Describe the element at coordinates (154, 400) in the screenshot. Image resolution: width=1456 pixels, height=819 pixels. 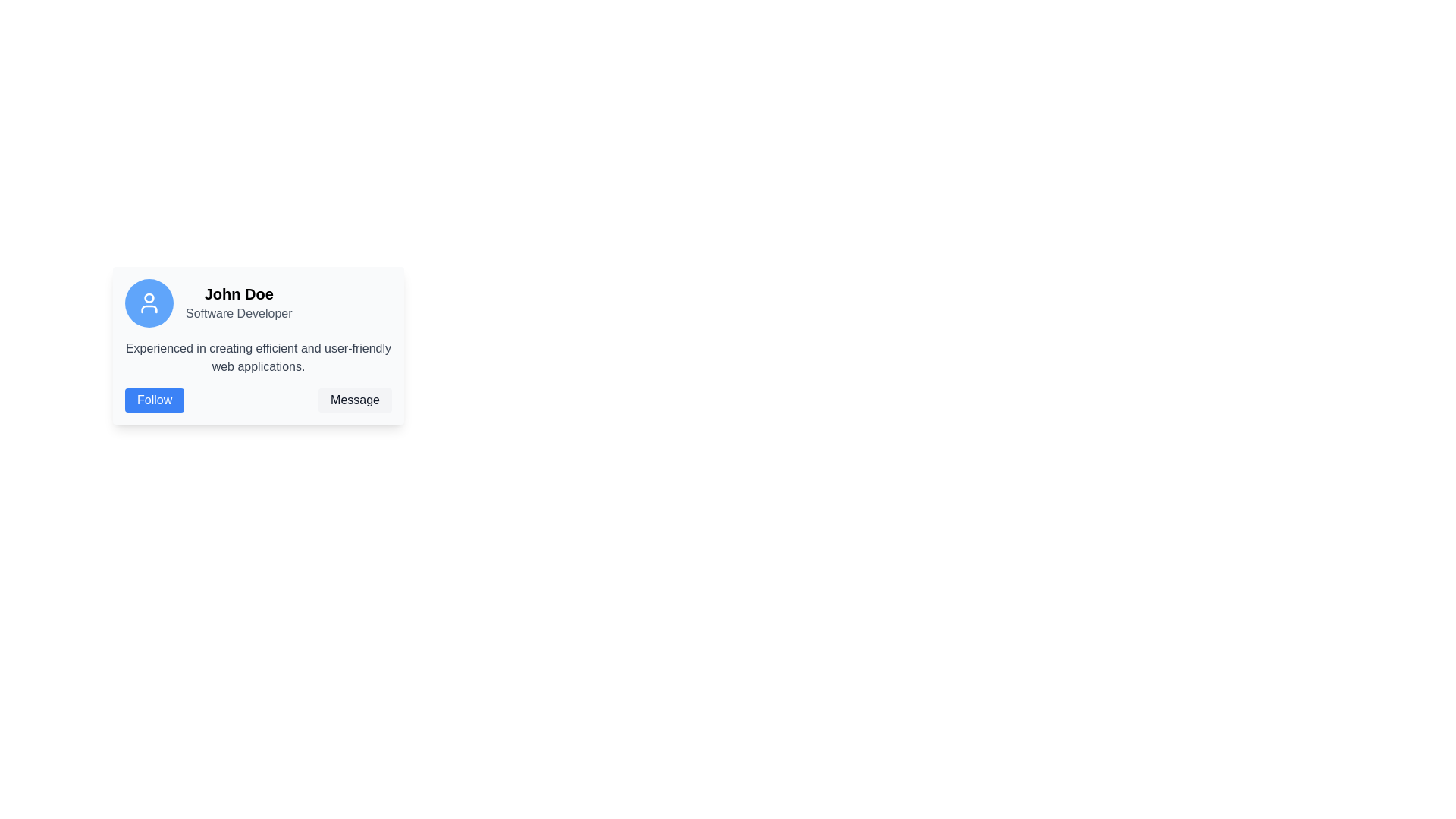
I see `the 'Follow' button, which is a rounded button with a blue background and white text, located beneath the user information section` at that location.